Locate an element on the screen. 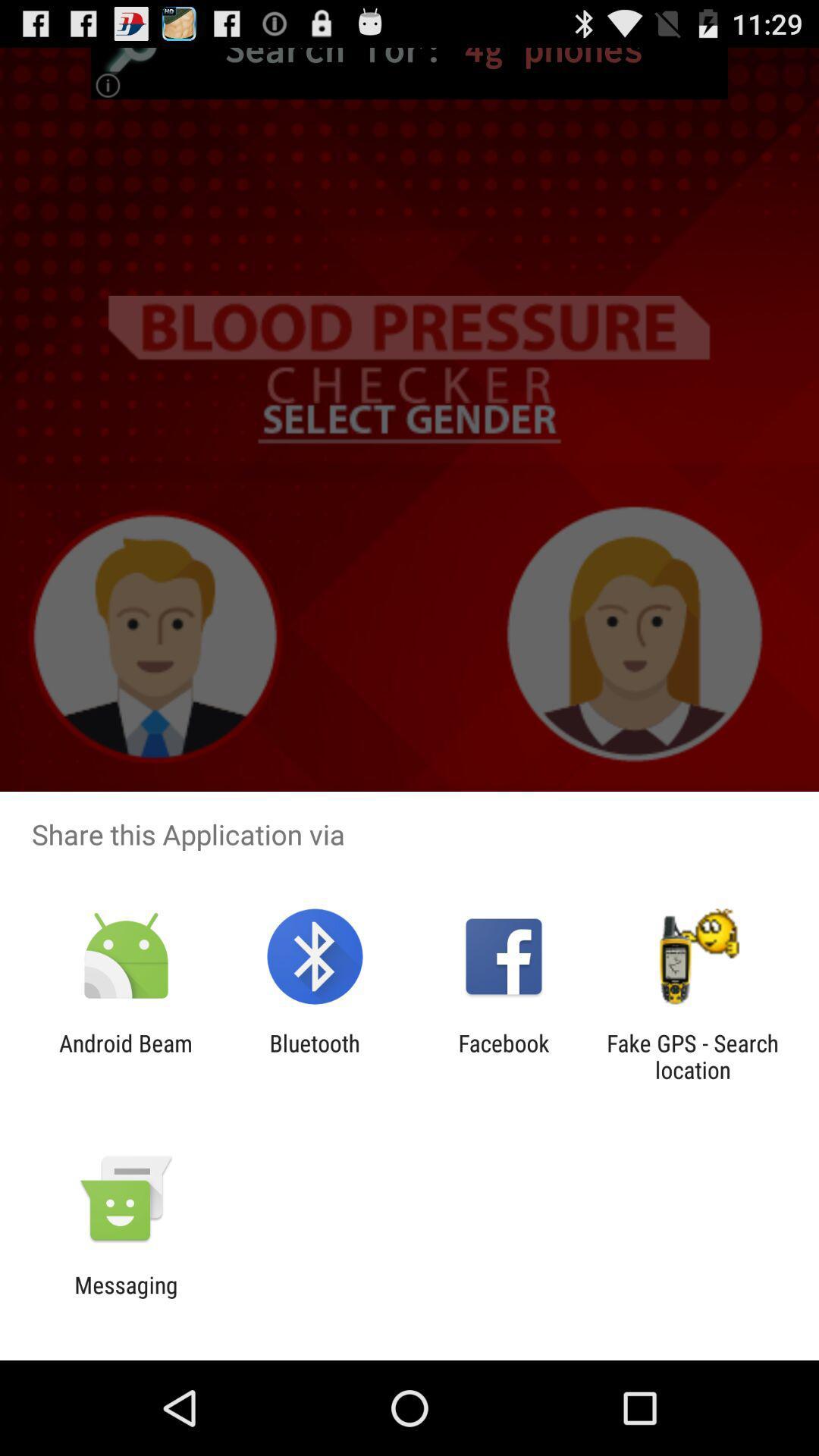  the android beam app is located at coordinates (125, 1056).